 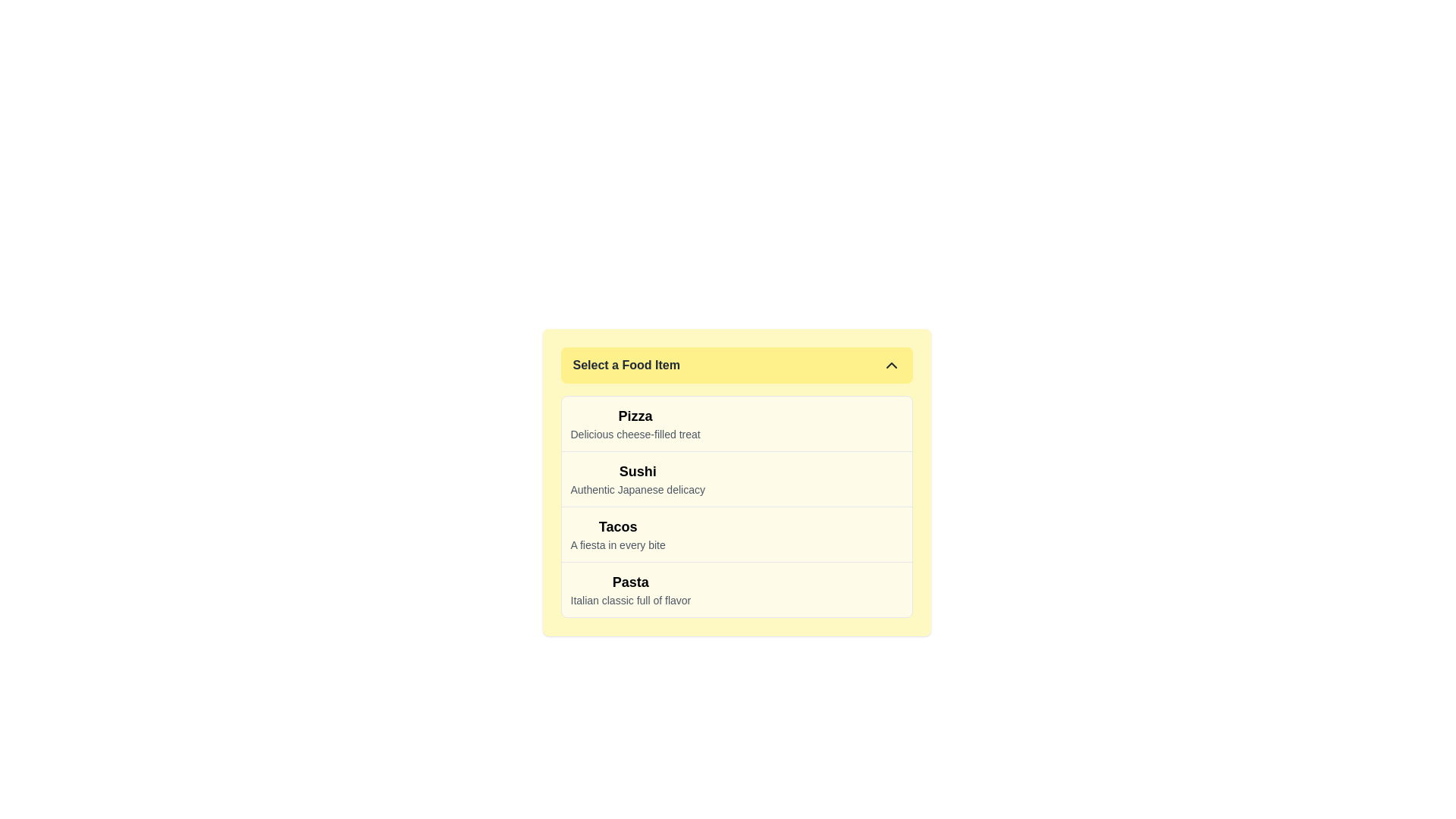 I want to click on the text element displaying 'Sushi' in the dropdown menu titled 'Select a Food Item', so click(x=638, y=479).